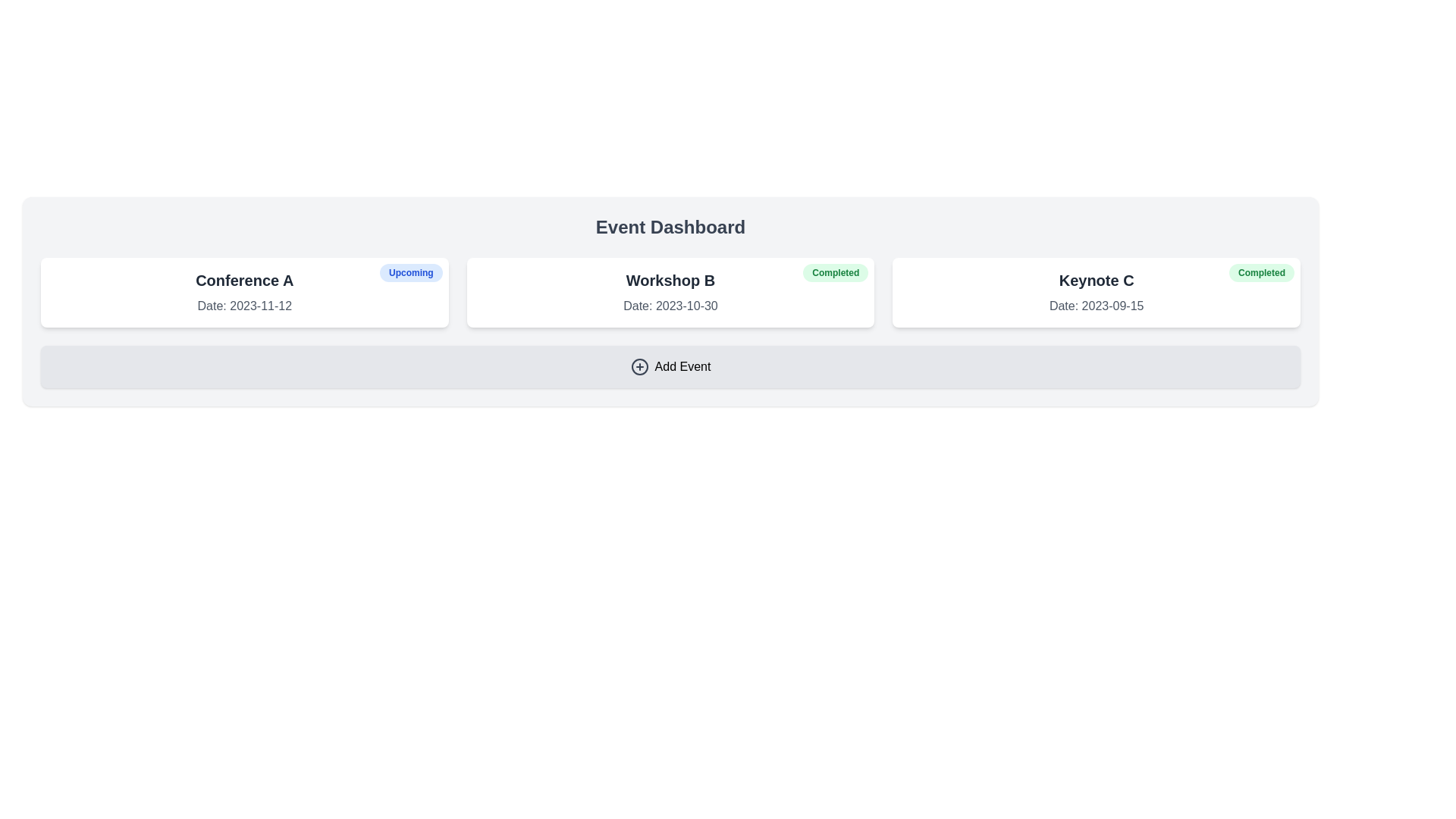  Describe the element at coordinates (835, 271) in the screenshot. I see `the small badge labeled 'Completed' with a green background located in the top-right corner of the 'Workshop B' card` at that location.